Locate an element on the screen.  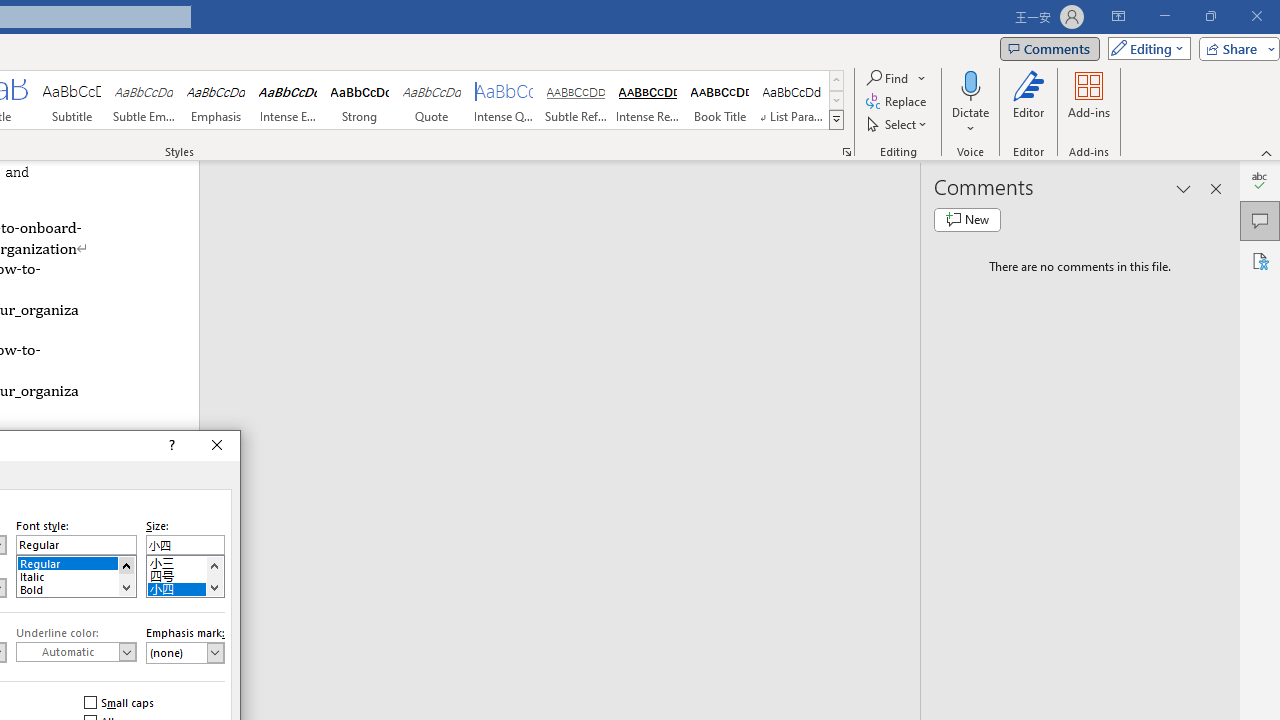
'Small caps' is located at coordinates (119, 702).